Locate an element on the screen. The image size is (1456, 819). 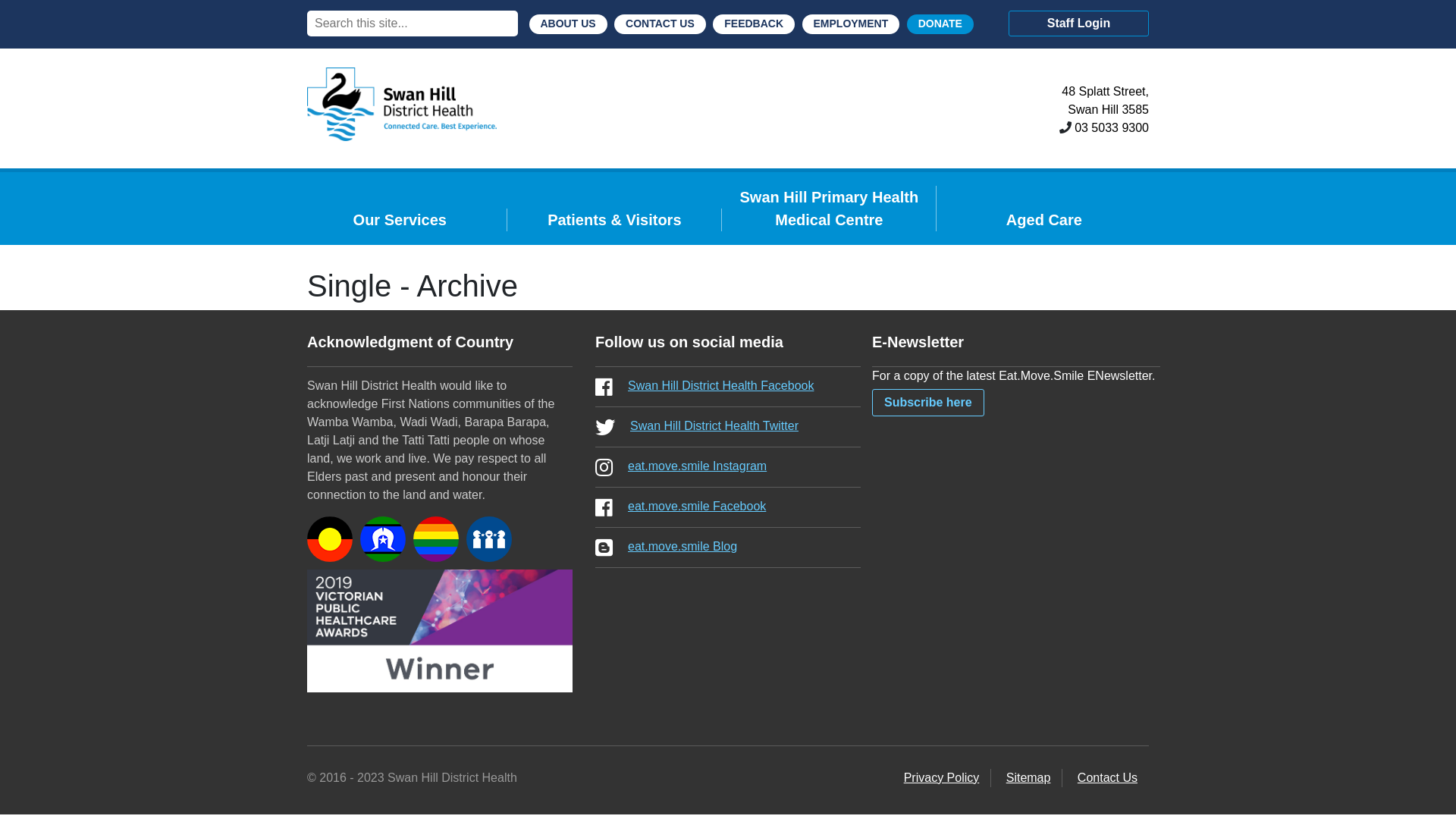
'Aged Care' is located at coordinates (1043, 219).